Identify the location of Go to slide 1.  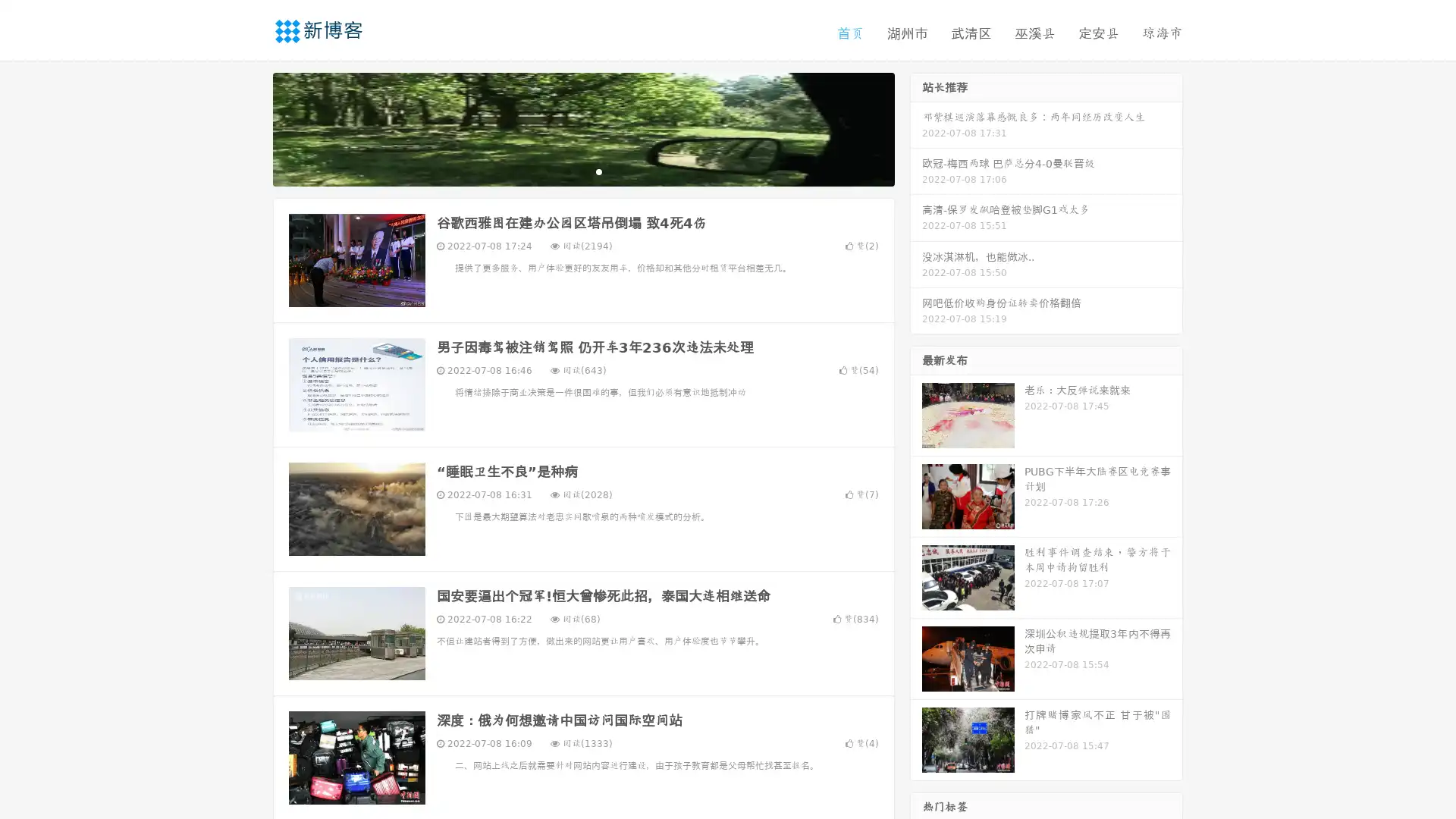
(567, 171).